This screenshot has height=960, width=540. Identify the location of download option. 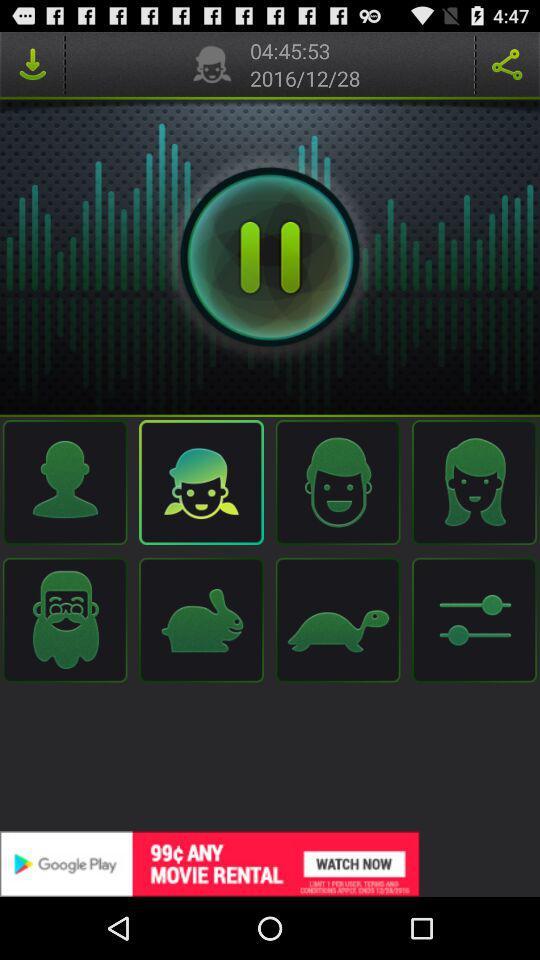
(31, 64).